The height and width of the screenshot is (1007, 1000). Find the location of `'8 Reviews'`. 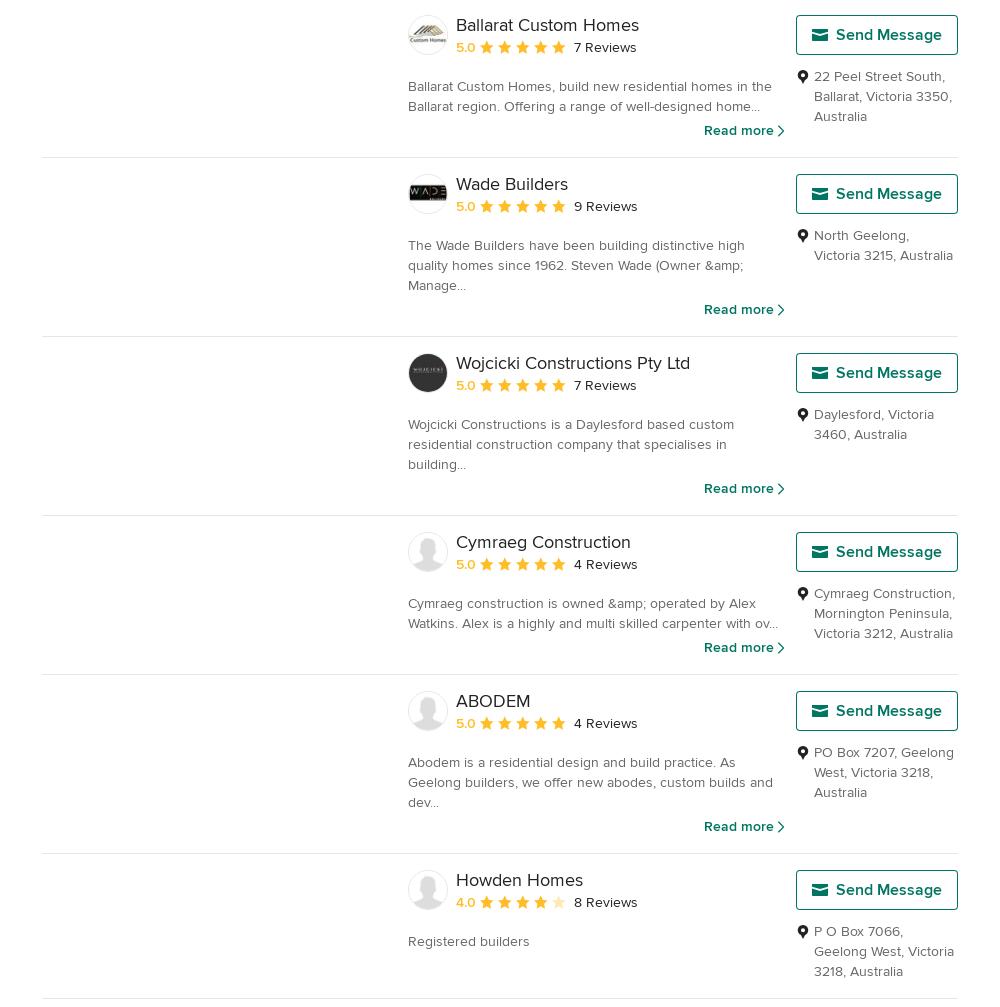

'8 Reviews' is located at coordinates (605, 900).